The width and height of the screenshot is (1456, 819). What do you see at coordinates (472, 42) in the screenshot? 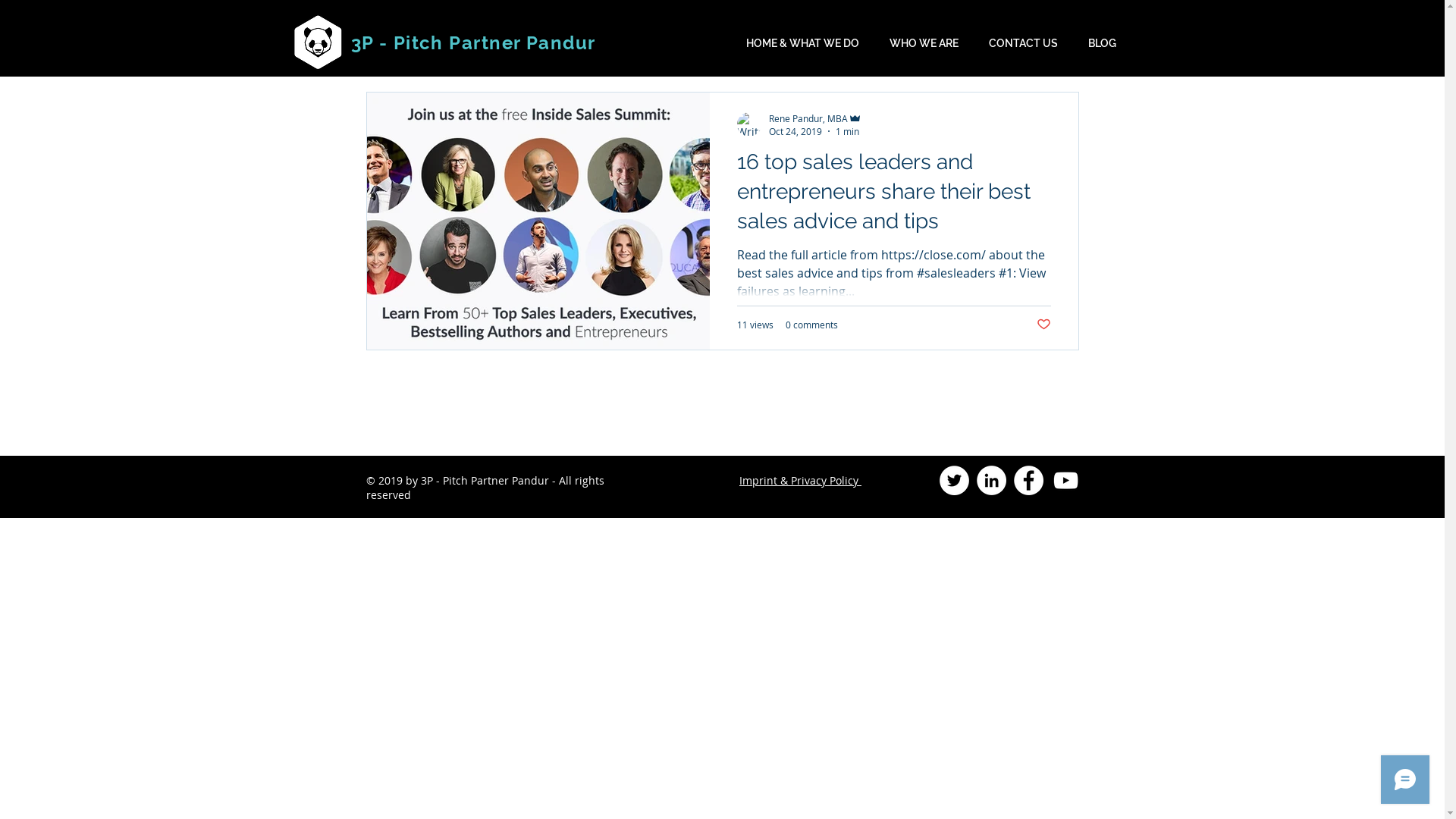
I see `'3P - Pitch Partner Pandur'` at bounding box center [472, 42].